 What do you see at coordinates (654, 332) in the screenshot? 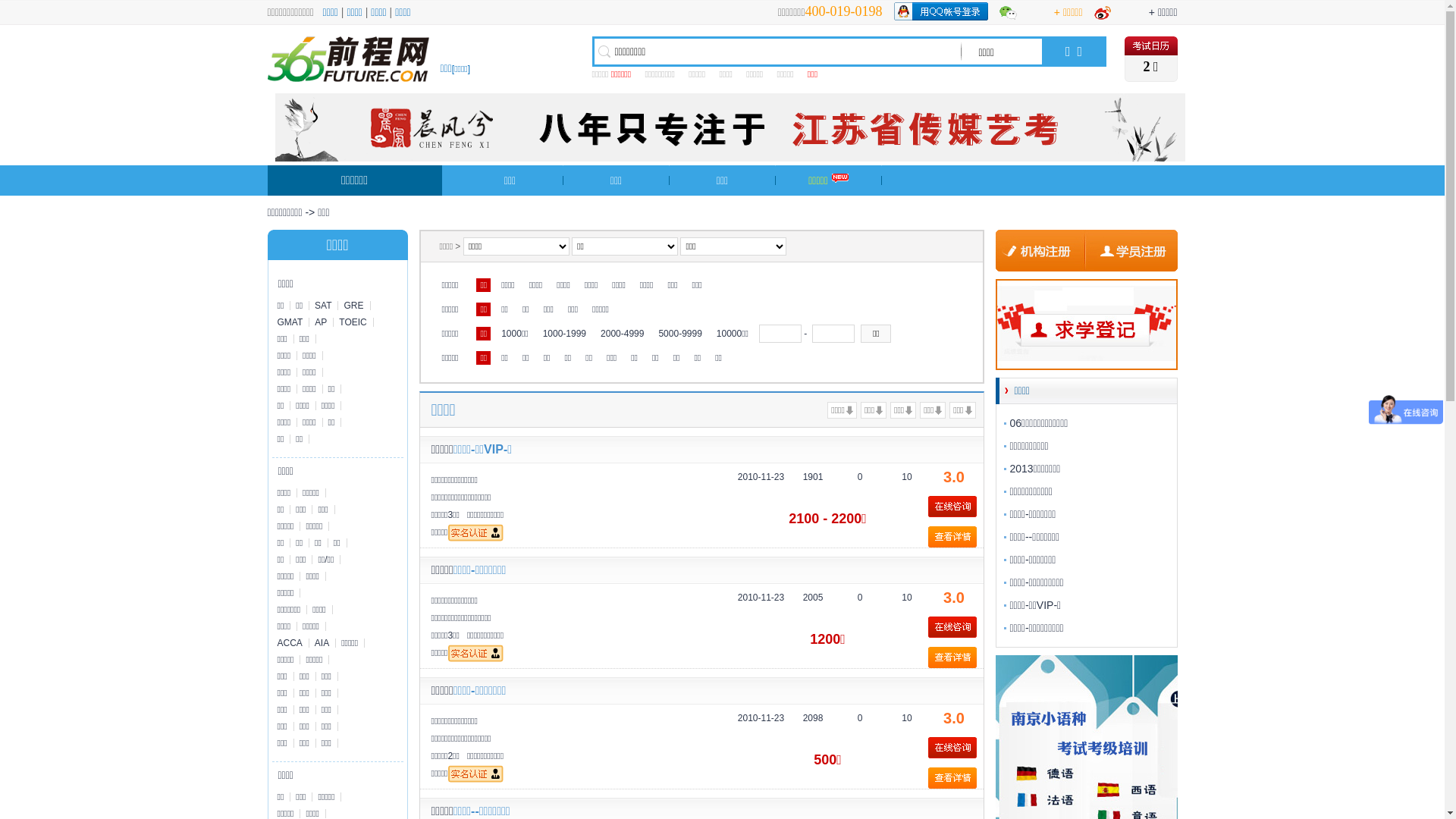
I see `'5000-9999'` at bounding box center [654, 332].